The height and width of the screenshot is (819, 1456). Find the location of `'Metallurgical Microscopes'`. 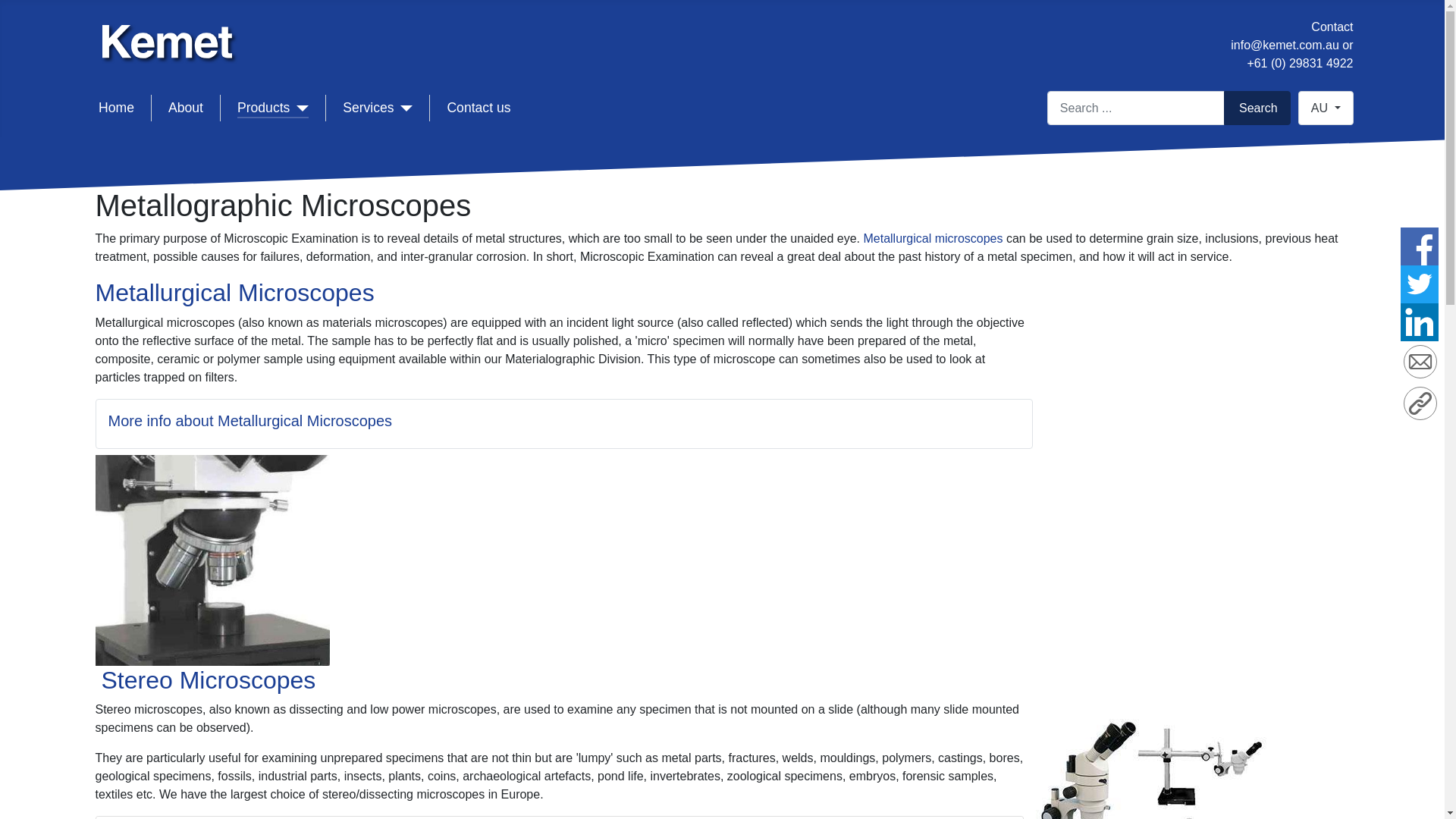

'Metallurgical Microscopes' is located at coordinates (234, 292).